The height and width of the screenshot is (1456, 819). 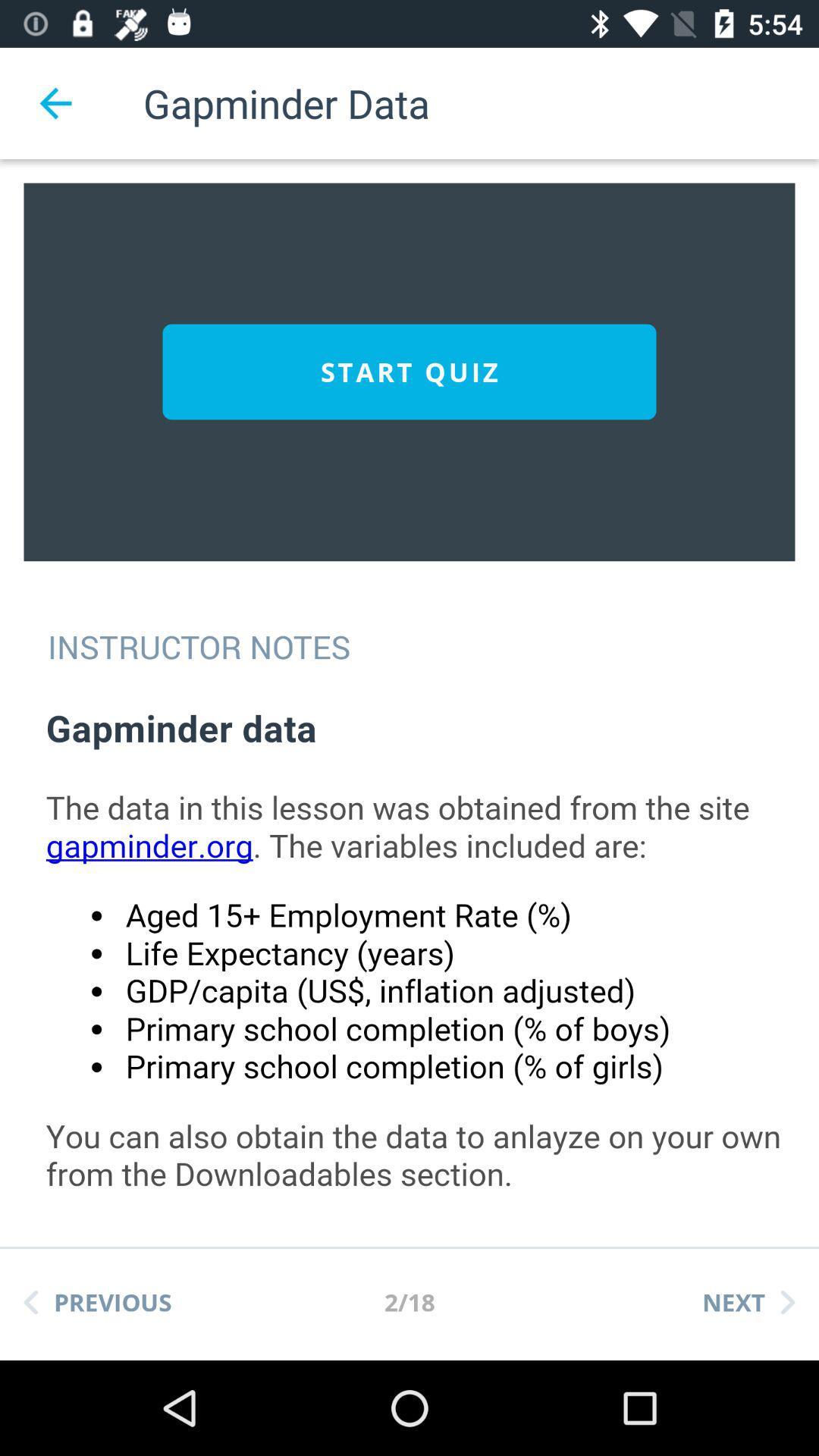 I want to click on instructor note, so click(x=424, y=958).